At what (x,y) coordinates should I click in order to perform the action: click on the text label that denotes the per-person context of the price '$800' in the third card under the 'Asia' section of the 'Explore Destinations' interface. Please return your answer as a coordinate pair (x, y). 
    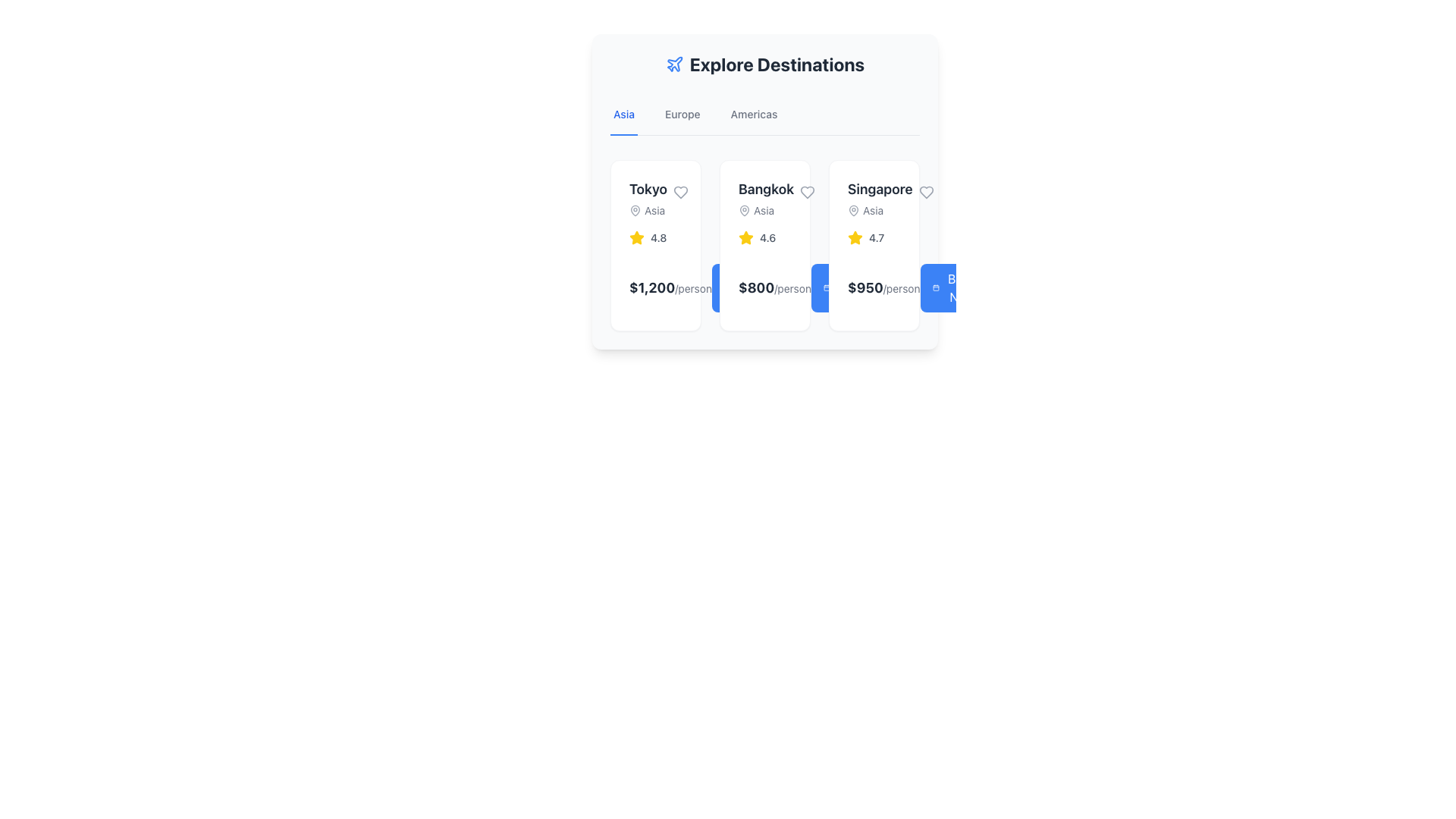
    Looking at the image, I should click on (792, 288).